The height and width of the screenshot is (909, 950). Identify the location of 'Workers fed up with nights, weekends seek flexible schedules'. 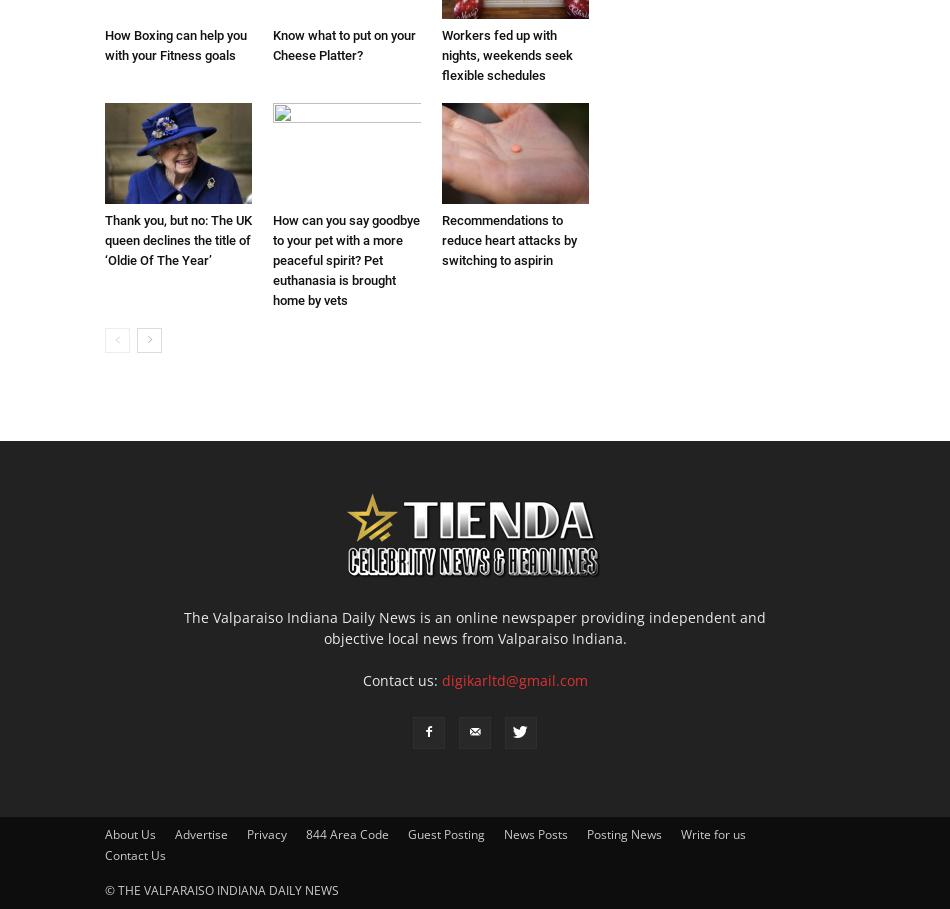
(506, 54).